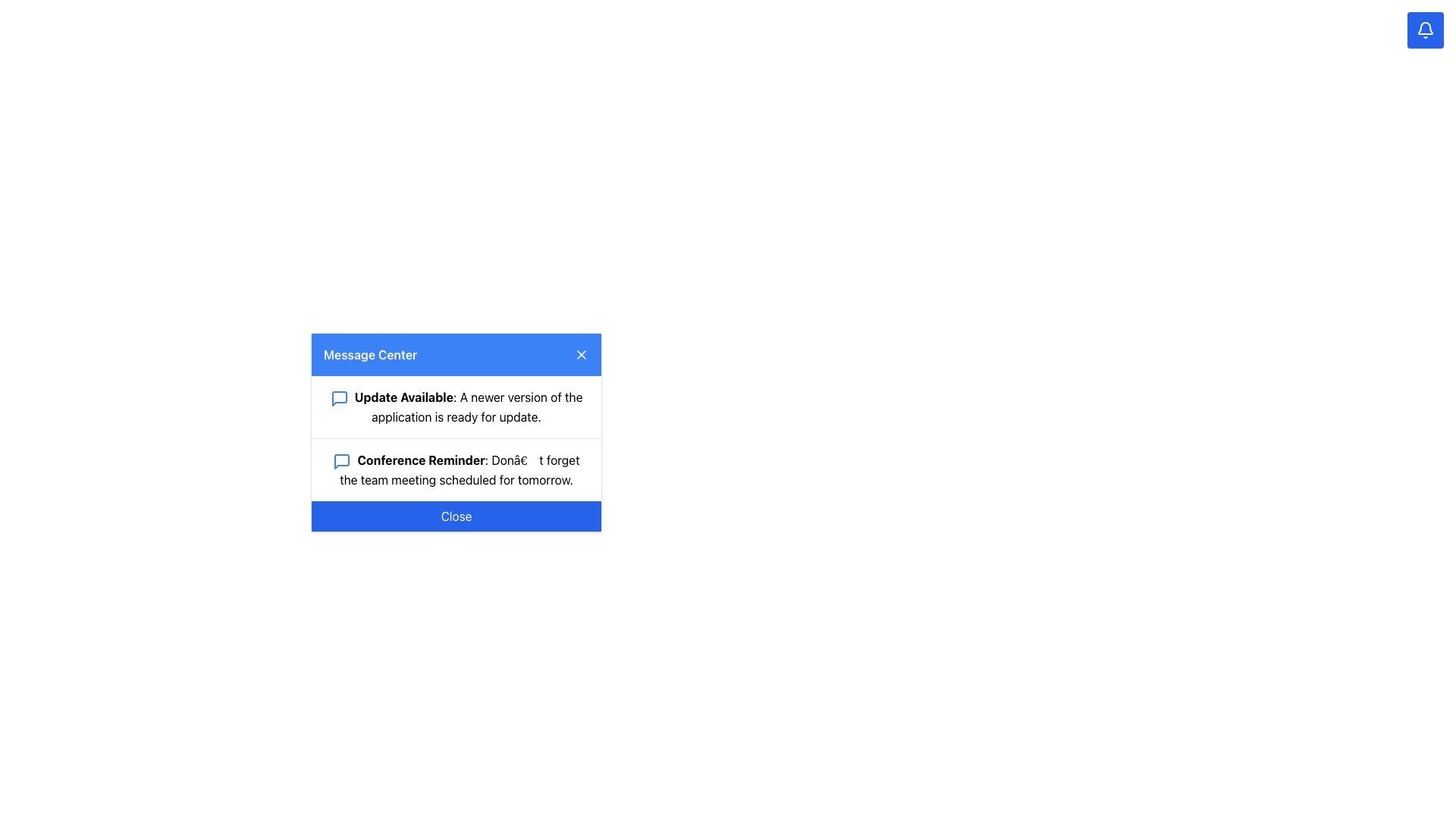 The image size is (1456, 819). I want to click on the text block that provides information about the availability of a newer version of the application, located in the middle area of the 'Message Center' dialog box, so click(455, 406).